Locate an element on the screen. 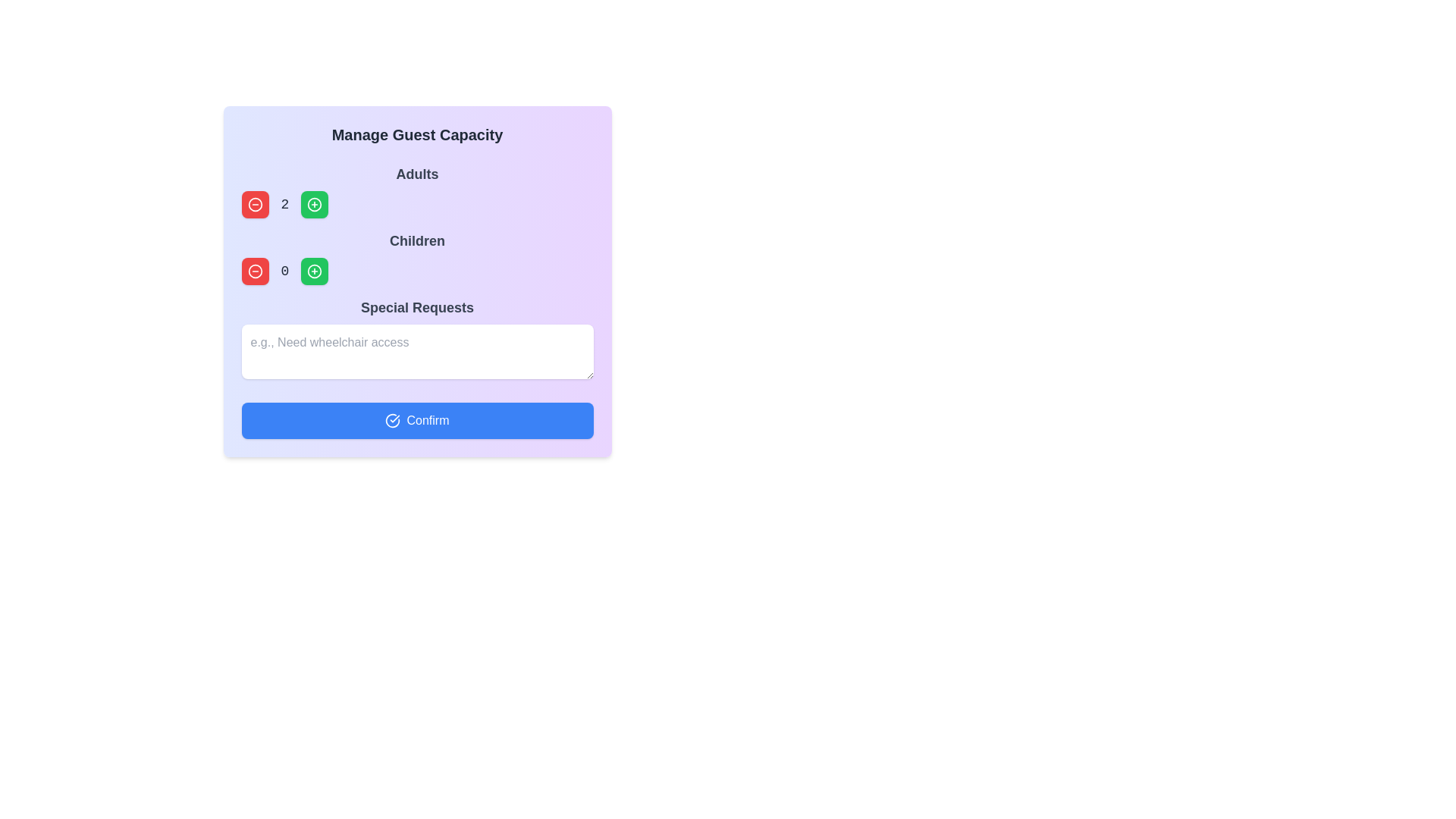 The height and width of the screenshot is (819, 1456). the circular green button with a white plus icon located to the right of the textual label '2' in the 'Adults' section of the form to observe hover effects is located at coordinates (314, 205).